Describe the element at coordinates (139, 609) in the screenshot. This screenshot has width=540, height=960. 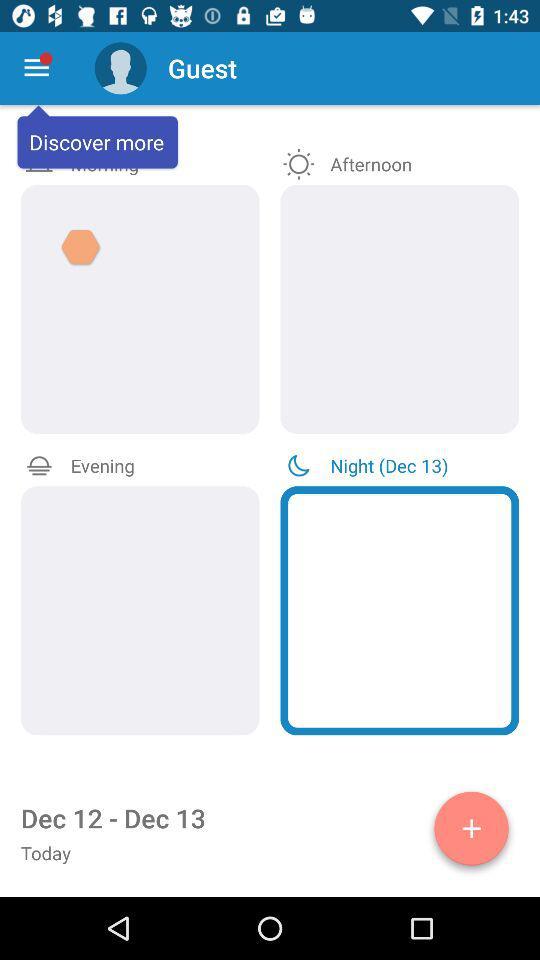
I see `evening medications` at that location.